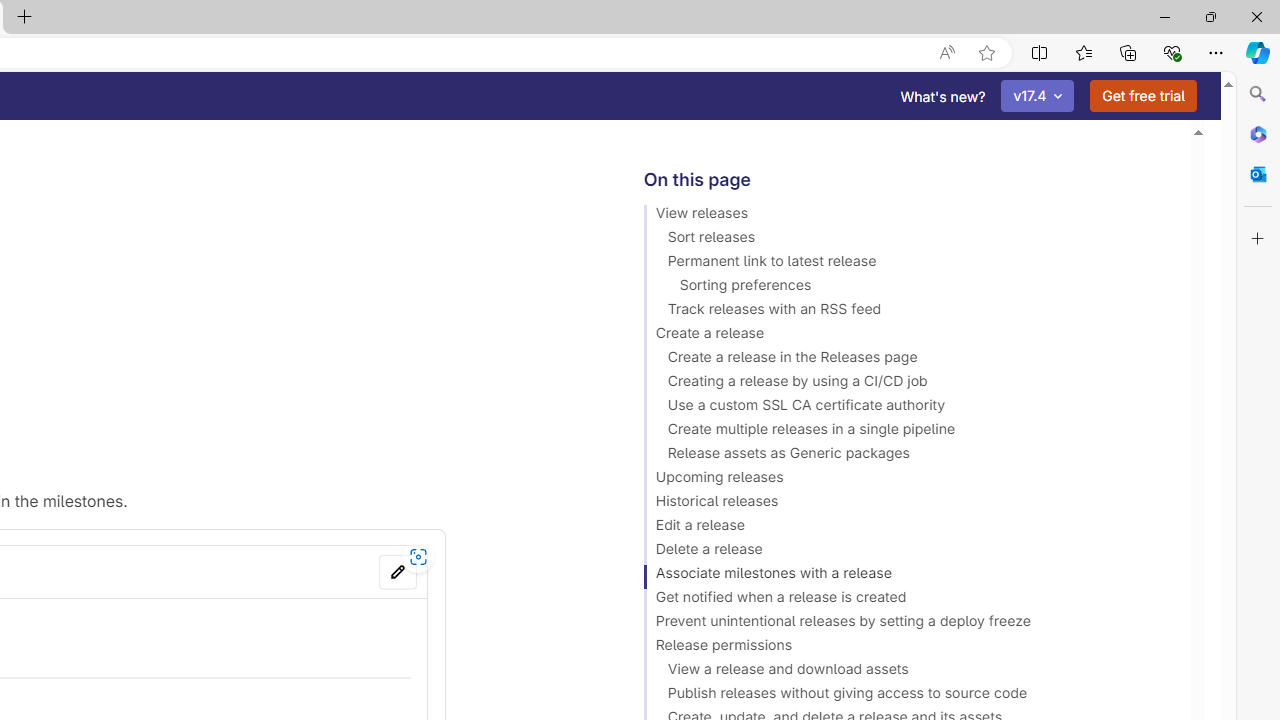  What do you see at coordinates (1143, 96) in the screenshot?
I see `'Get free trial'` at bounding box center [1143, 96].